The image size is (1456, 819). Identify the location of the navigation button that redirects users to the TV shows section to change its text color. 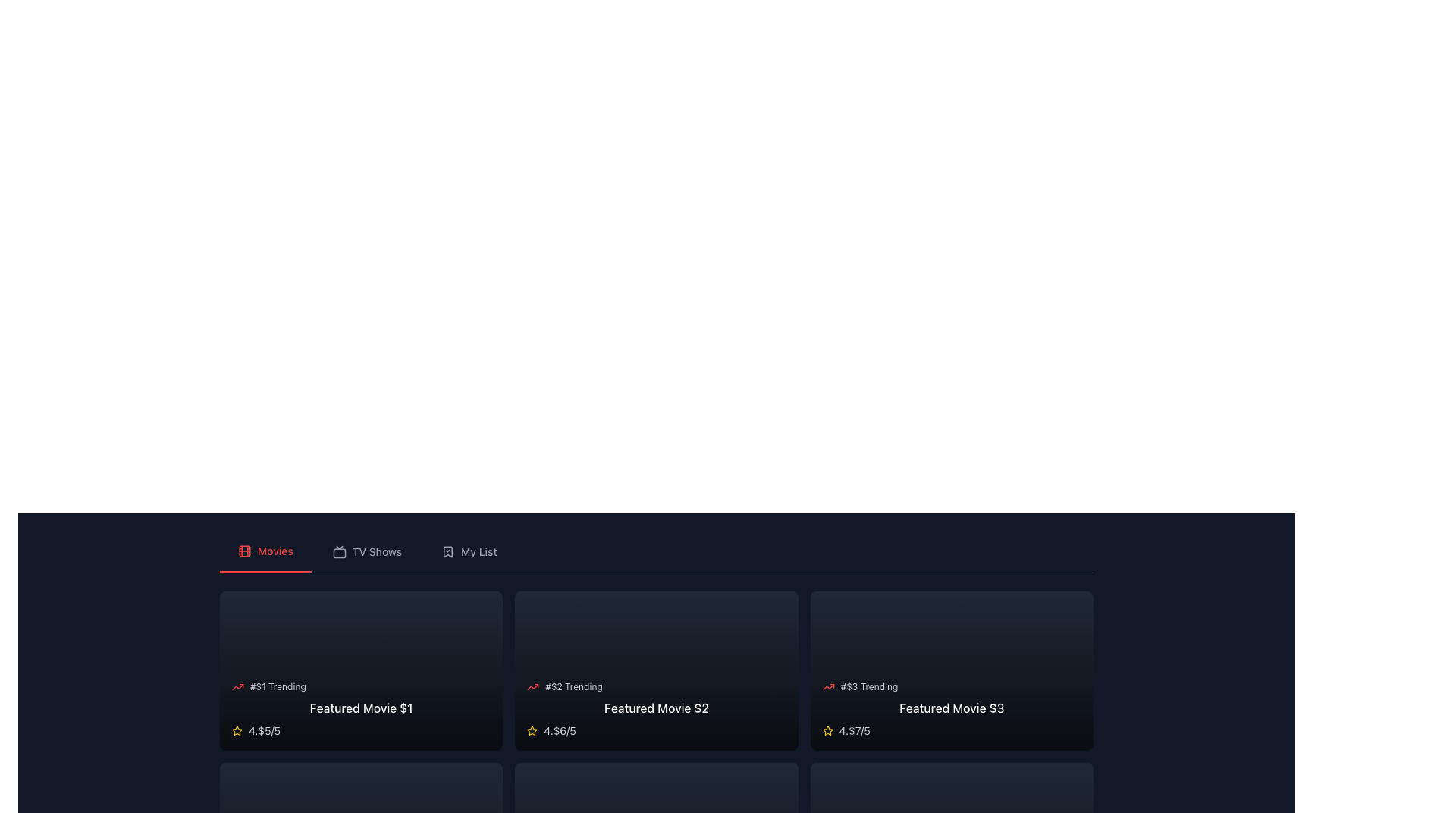
(367, 552).